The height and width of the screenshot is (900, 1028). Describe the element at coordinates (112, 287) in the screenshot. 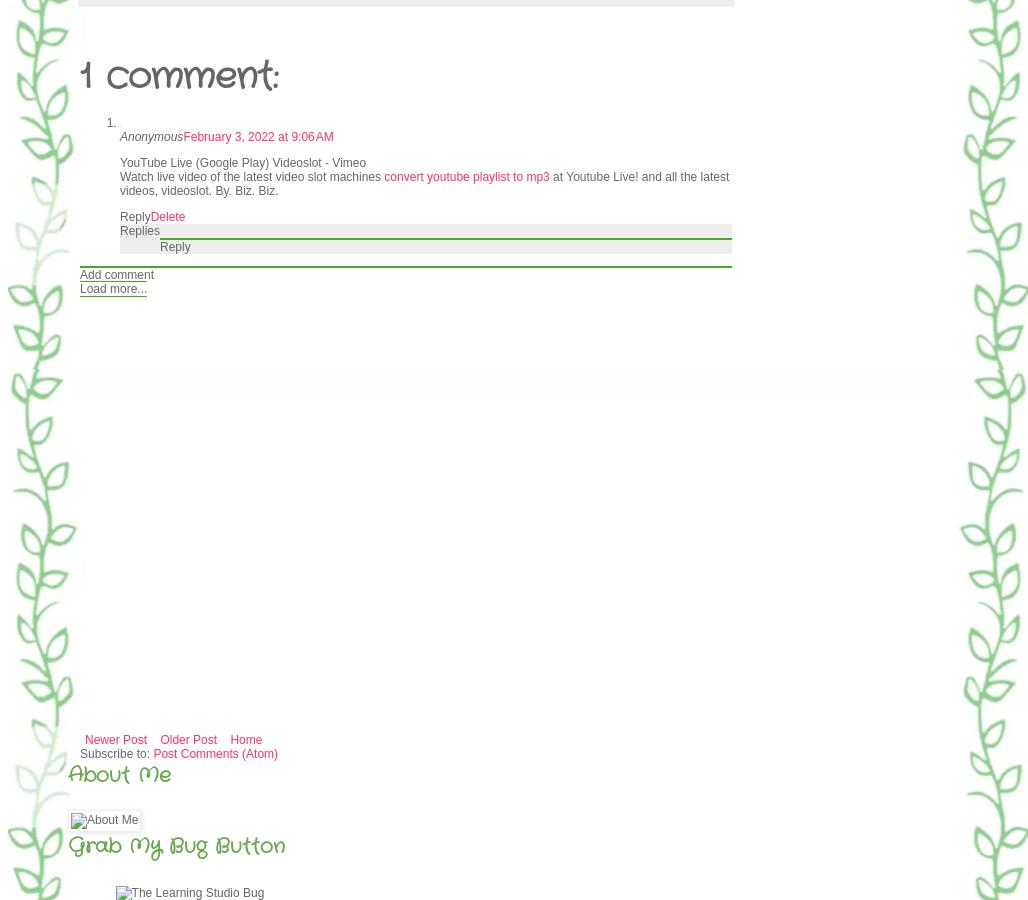

I see `'Load more...'` at that location.